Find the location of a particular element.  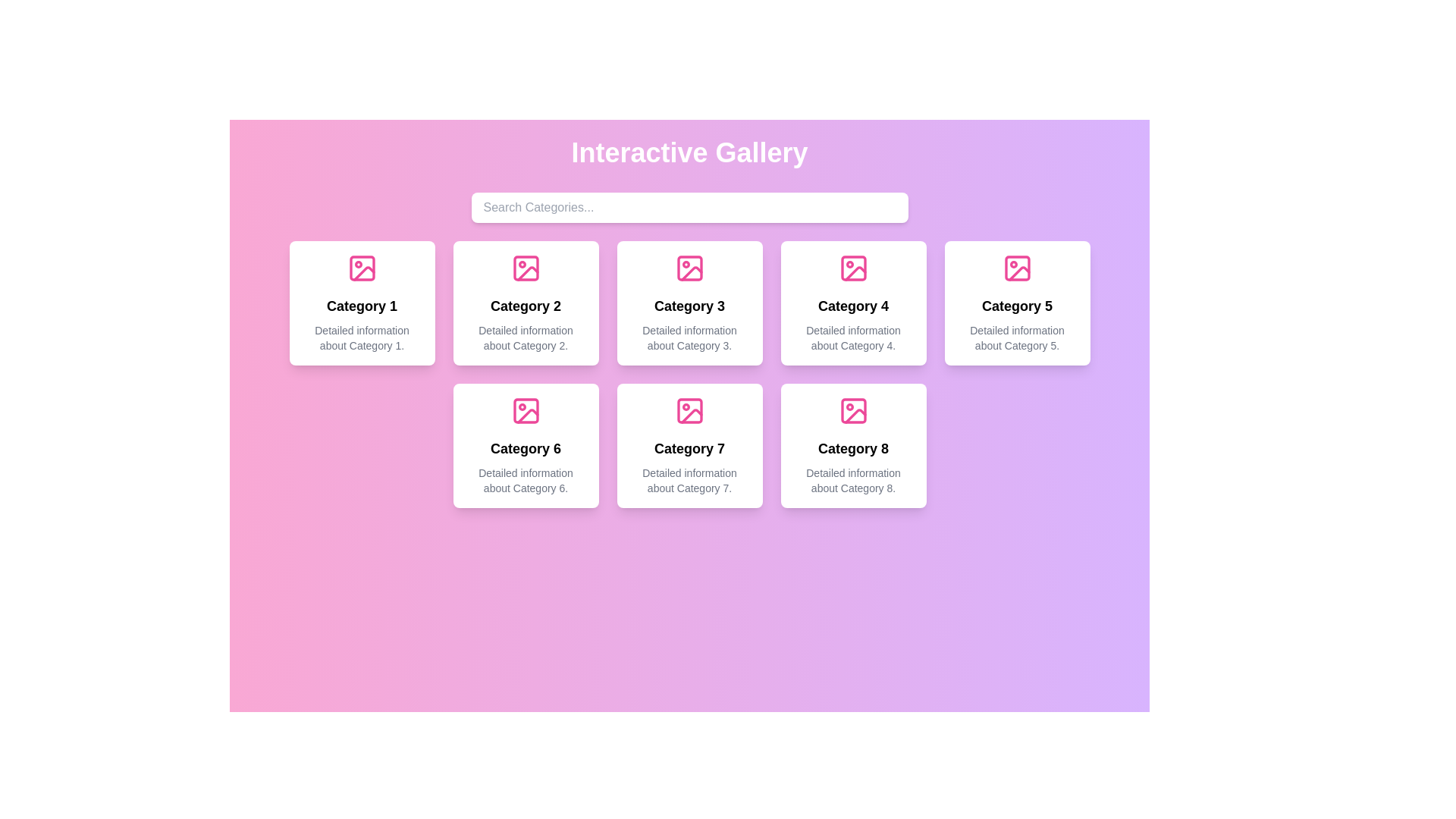

the second card in the gallery of categories, which provides a brief description and serves as a clickable item for navigation is located at coordinates (526, 303).